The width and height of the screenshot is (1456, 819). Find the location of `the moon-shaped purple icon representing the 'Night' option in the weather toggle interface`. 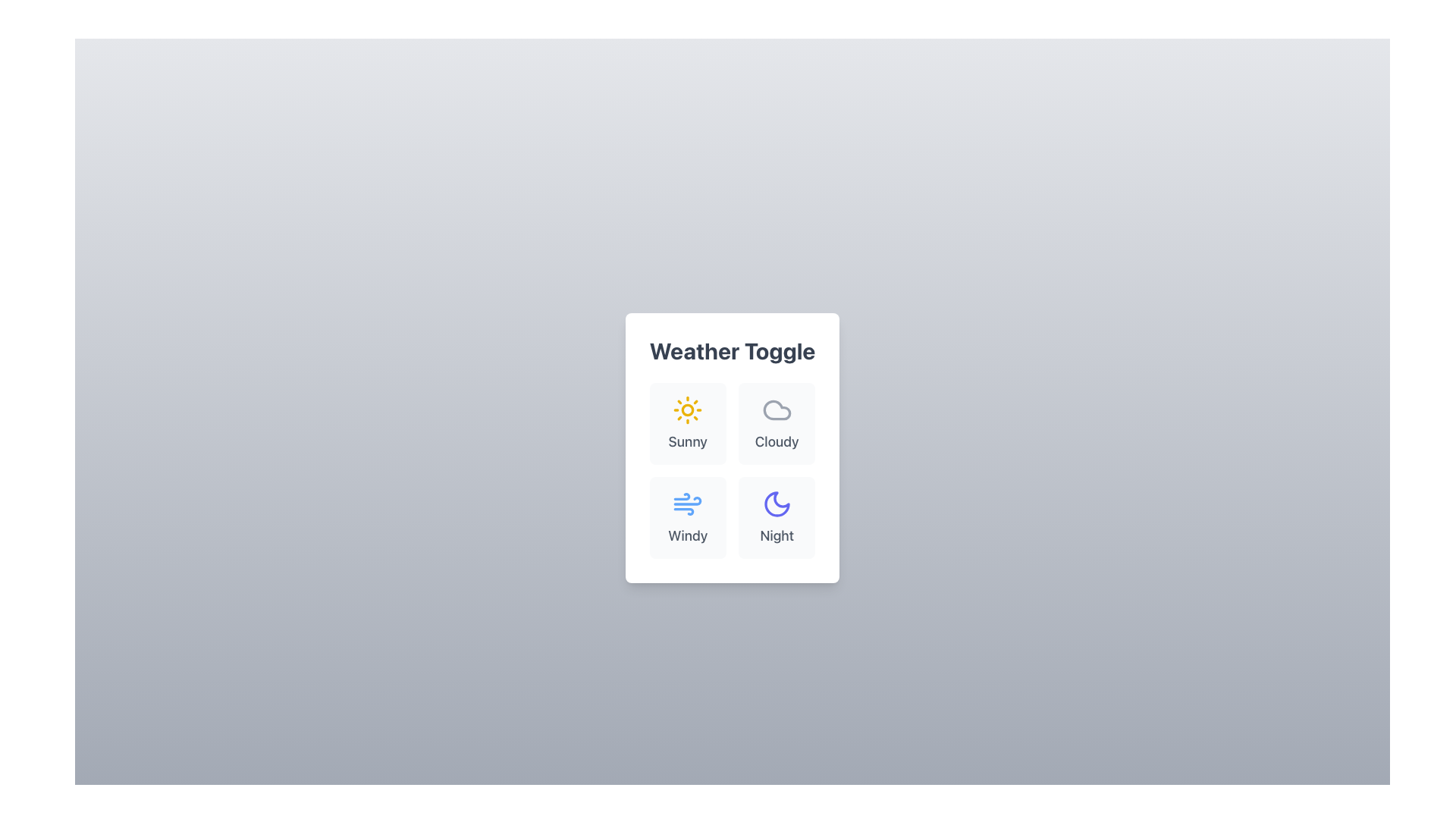

the moon-shaped purple icon representing the 'Night' option in the weather toggle interface is located at coordinates (777, 504).